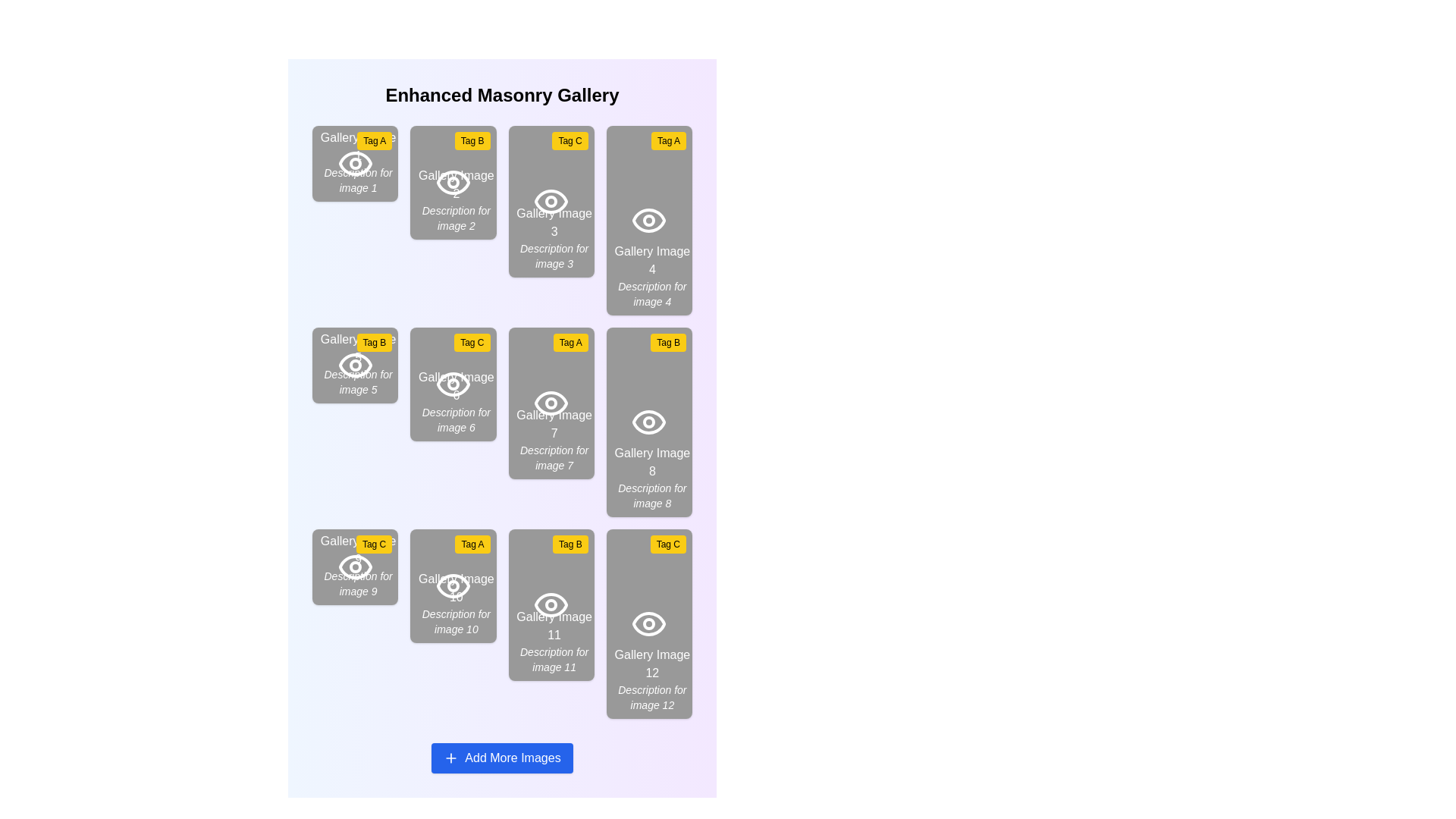 This screenshot has width=1456, height=819. I want to click on the descriptive Text element located in the description section of the gallery card for 'Gallery Image 5', positioned beneath its title, so click(357, 381).